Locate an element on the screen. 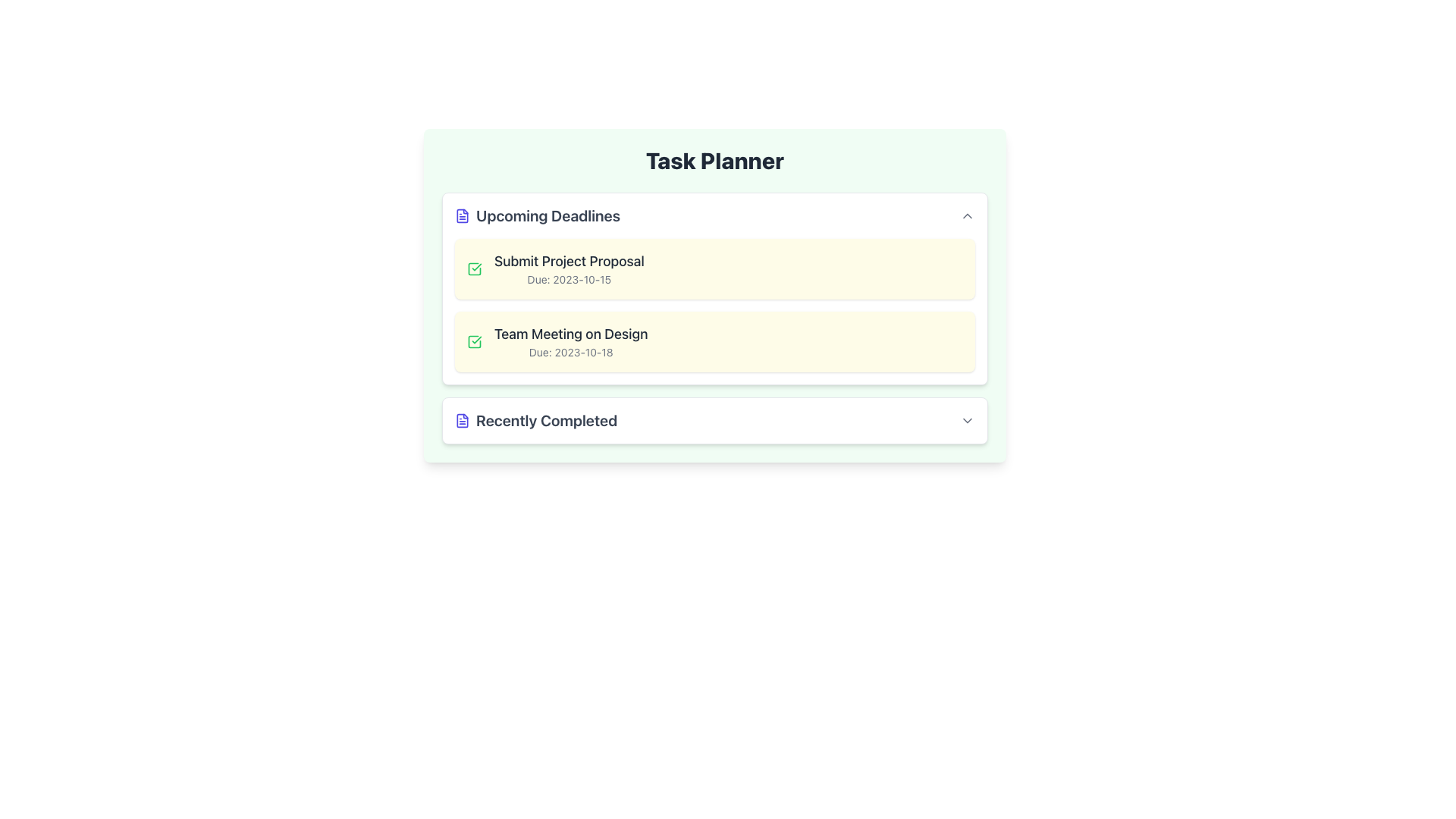 This screenshot has width=1456, height=819. the first task card in the 'Upcoming Deadlines' list, which contains a title and a due date, located just above the 'Team Meeting on Design' card is located at coordinates (714, 268).